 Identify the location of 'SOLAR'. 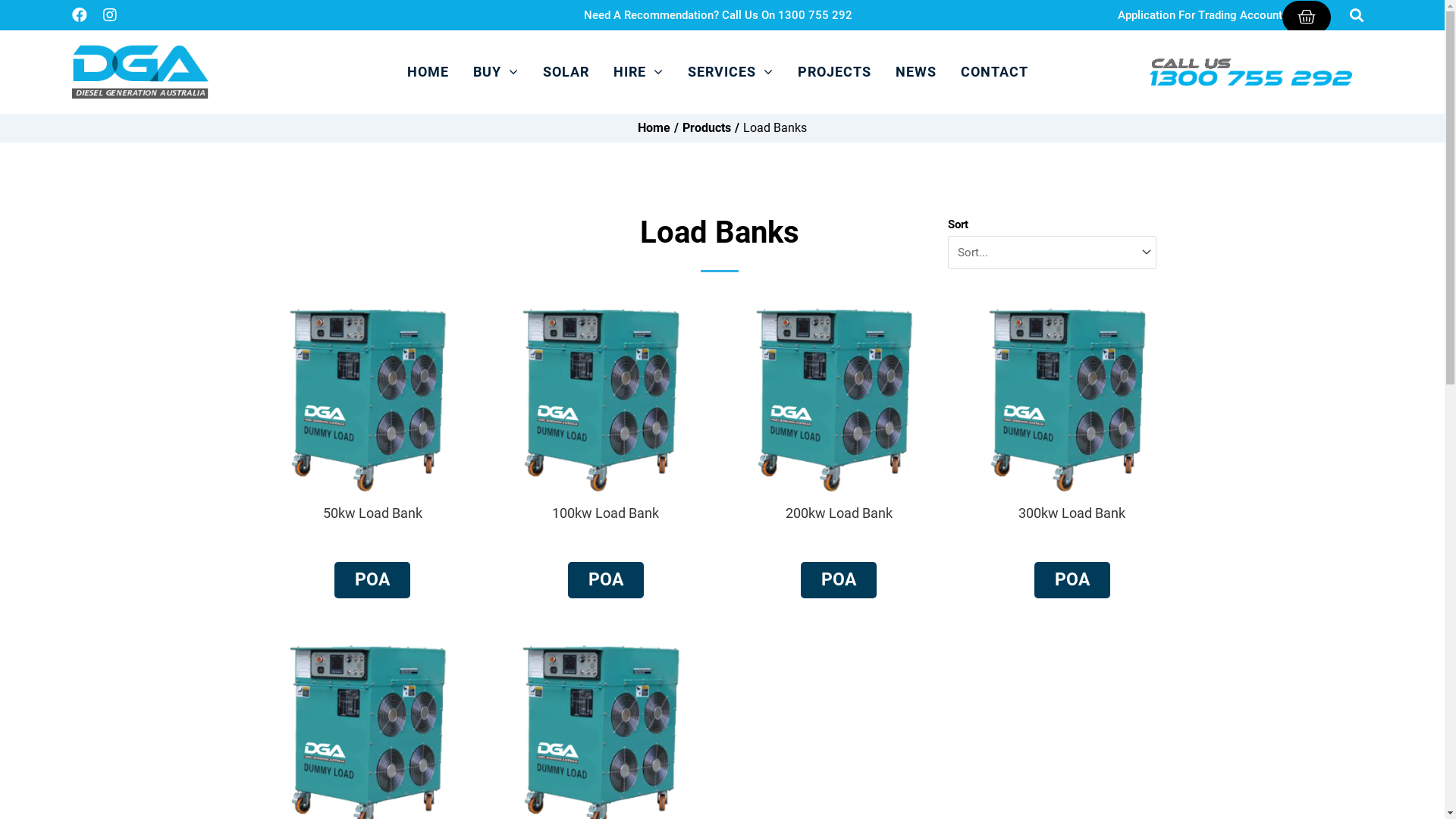
(535, 72).